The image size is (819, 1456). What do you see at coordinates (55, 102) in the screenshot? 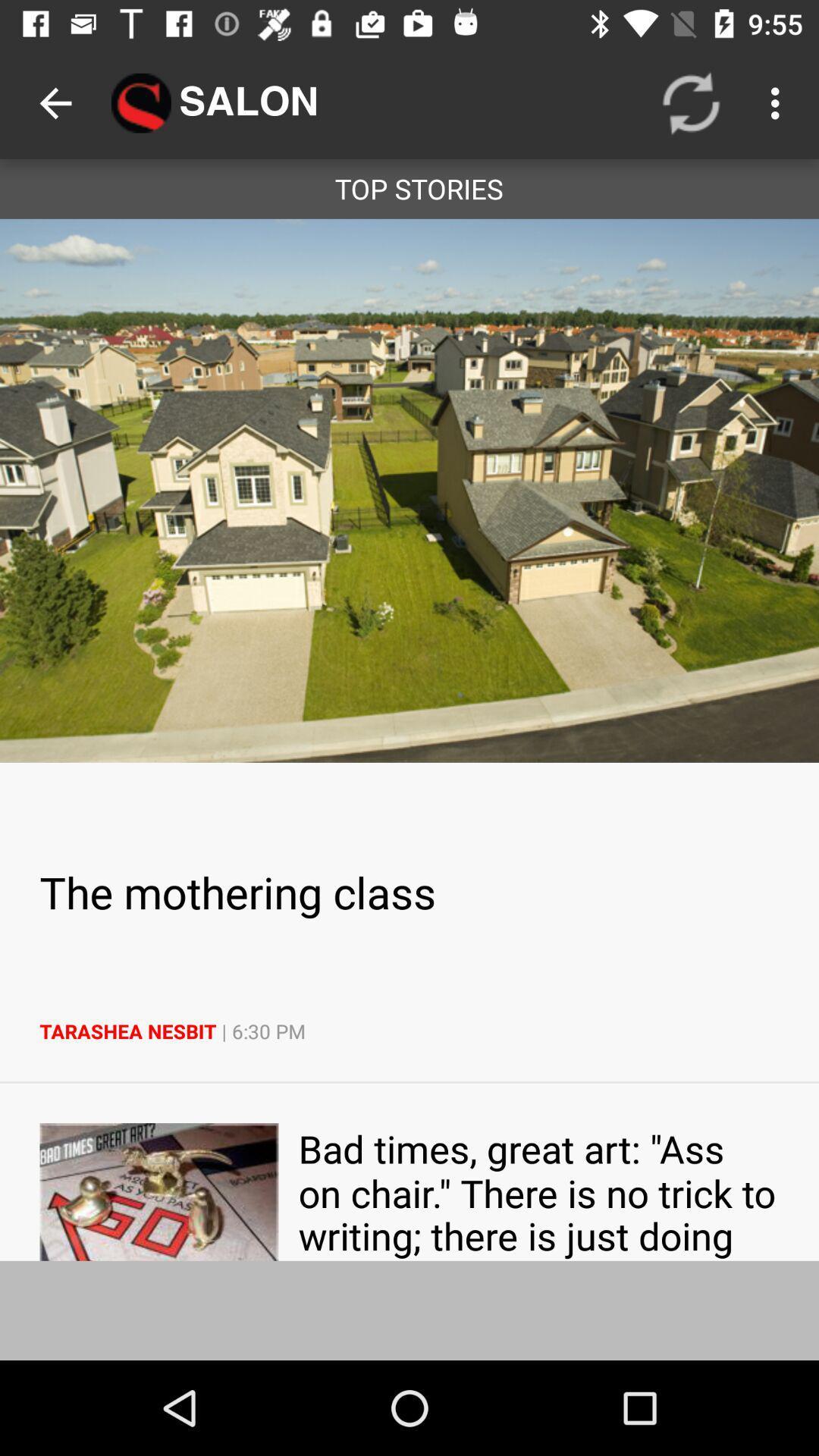
I see `the item above the top stories` at bounding box center [55, 102].